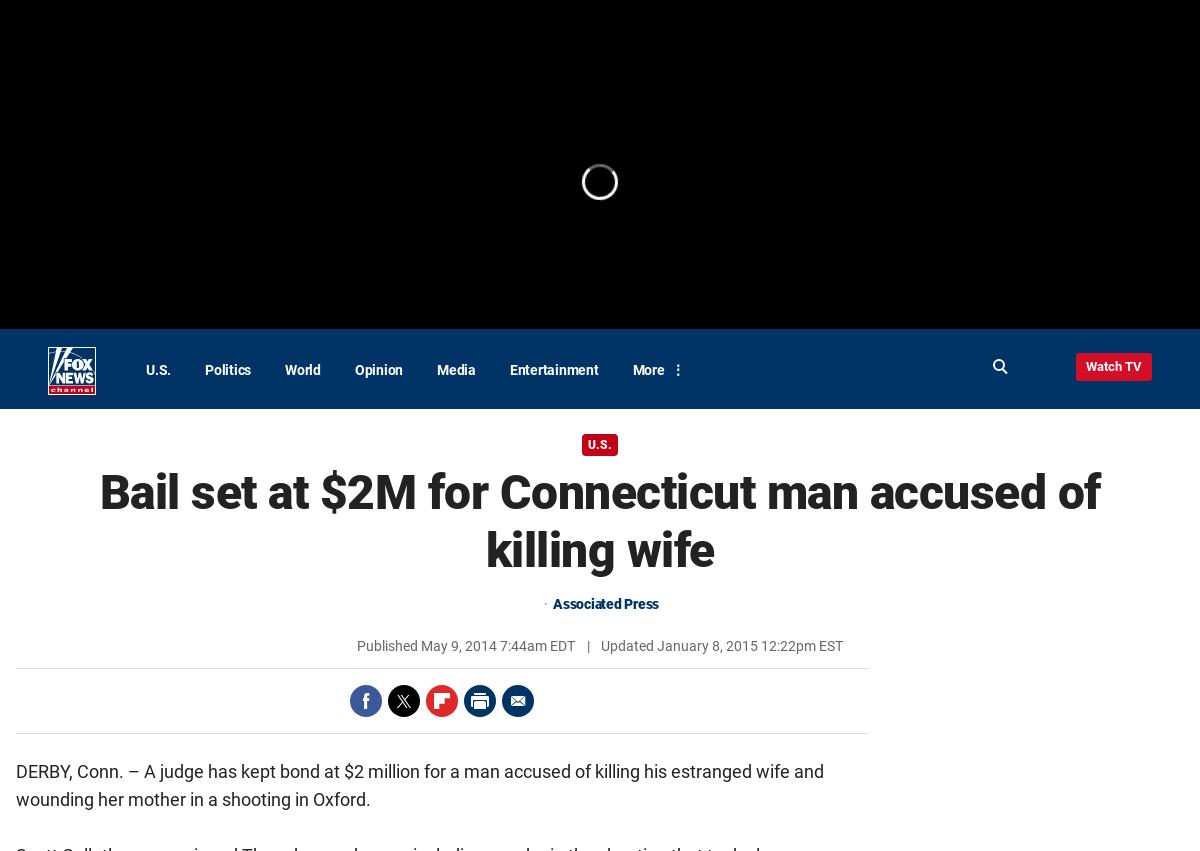 The width and height of the screenshot is (1200, 851). What do you see at coordinates (598, 521) in the screenshot?
I see `'Bail set at $2M for Connecticut man accused of killing wife'` at bounding box center [598, 521].